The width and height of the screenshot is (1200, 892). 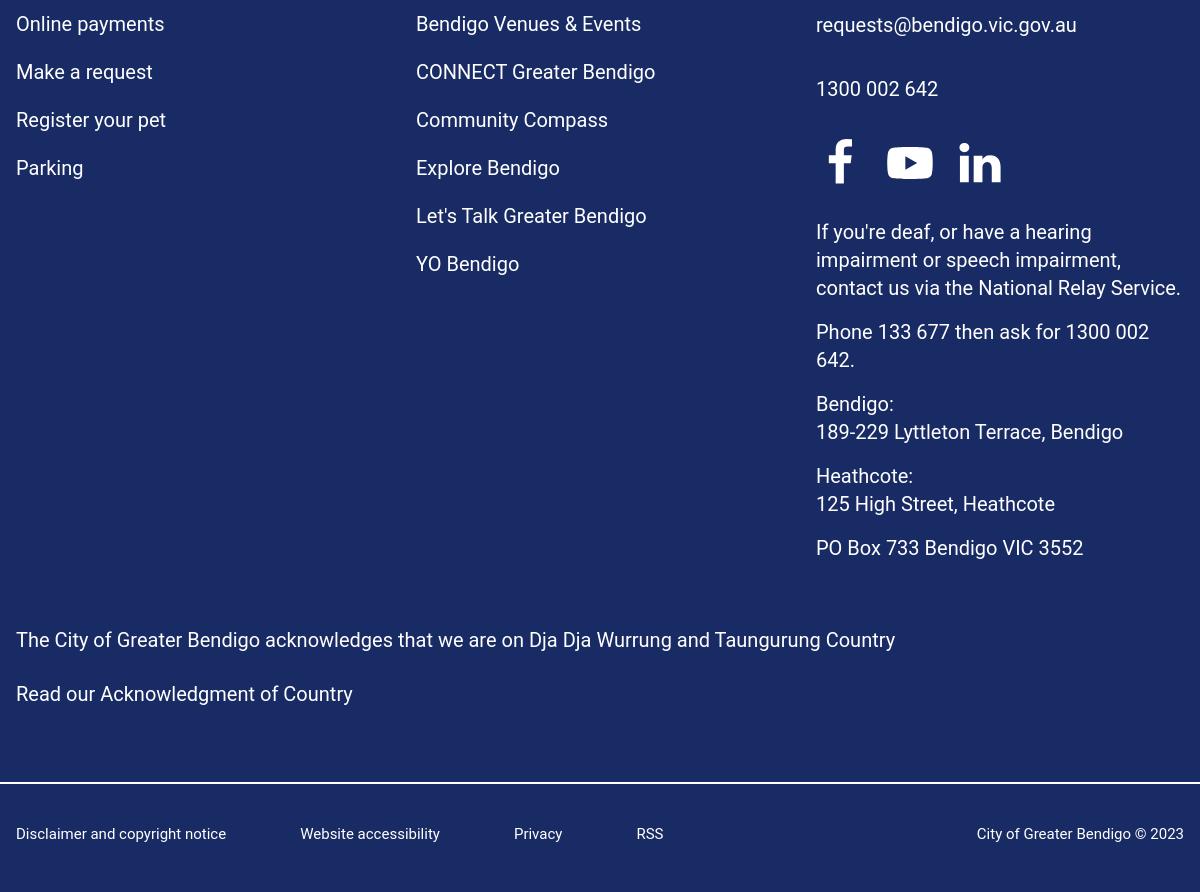 What do you see at coordinates (815, 24) in the screenshot?
I see `'requests@bendigo.vic.gov.au'` at bounding box center [815, 24].